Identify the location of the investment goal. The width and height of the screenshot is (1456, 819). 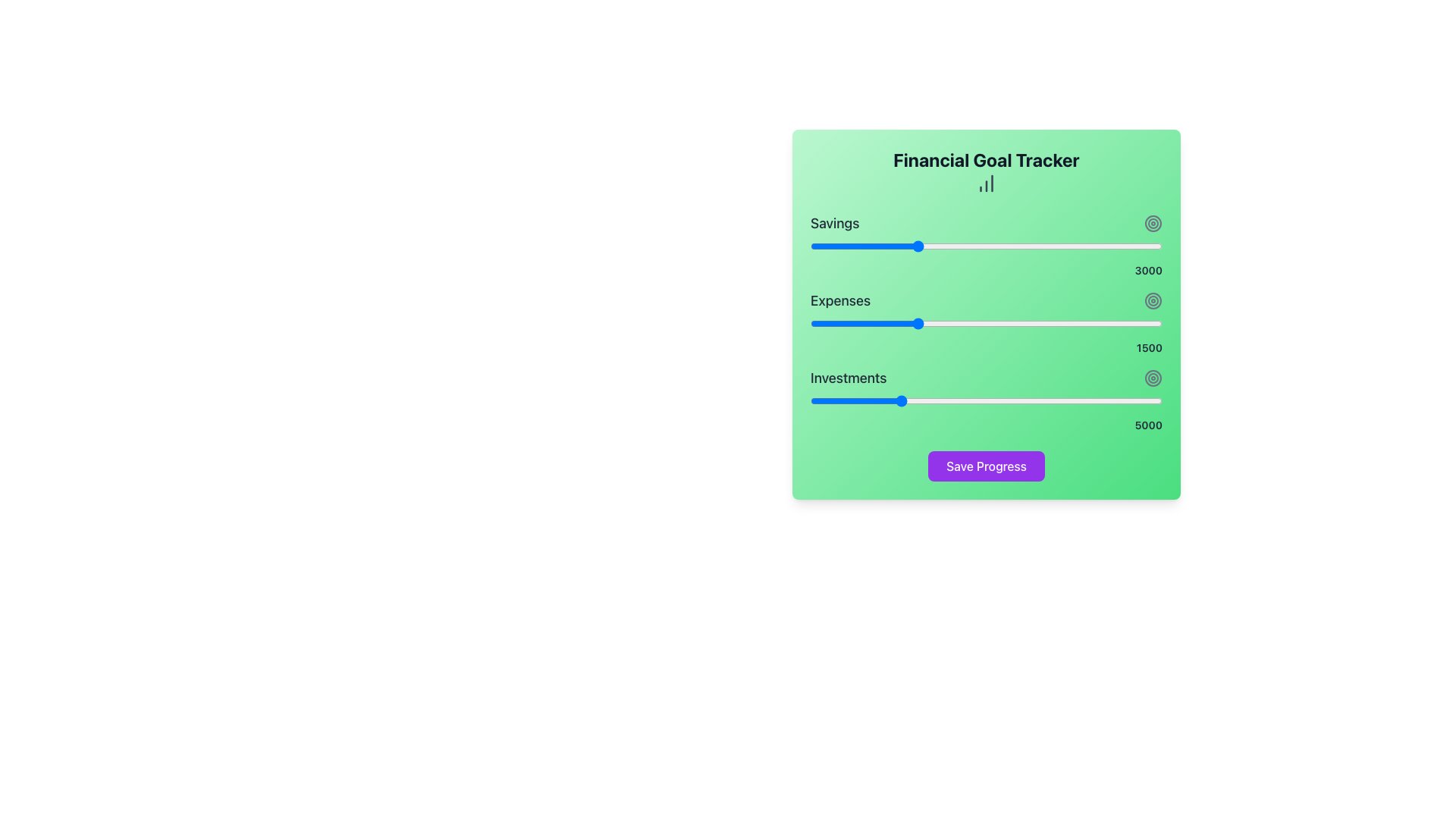
(999, 400).